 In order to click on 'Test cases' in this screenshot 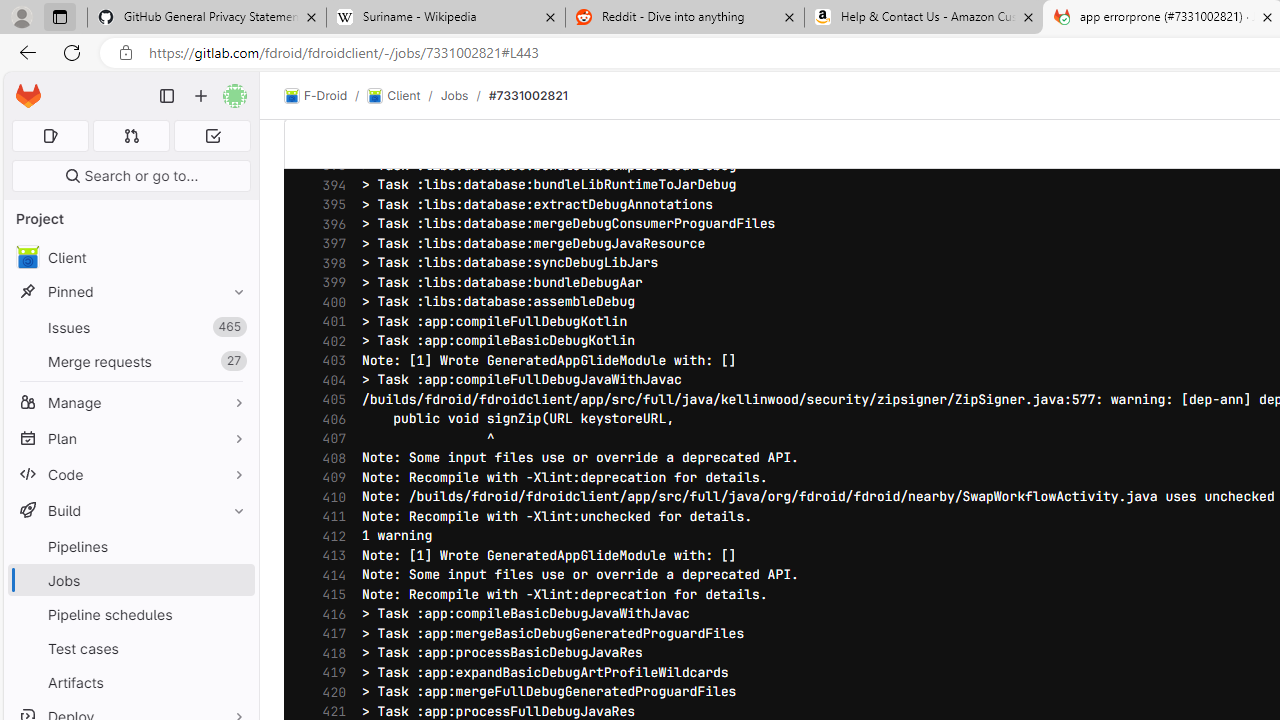, I will do `click(130, 648)`.